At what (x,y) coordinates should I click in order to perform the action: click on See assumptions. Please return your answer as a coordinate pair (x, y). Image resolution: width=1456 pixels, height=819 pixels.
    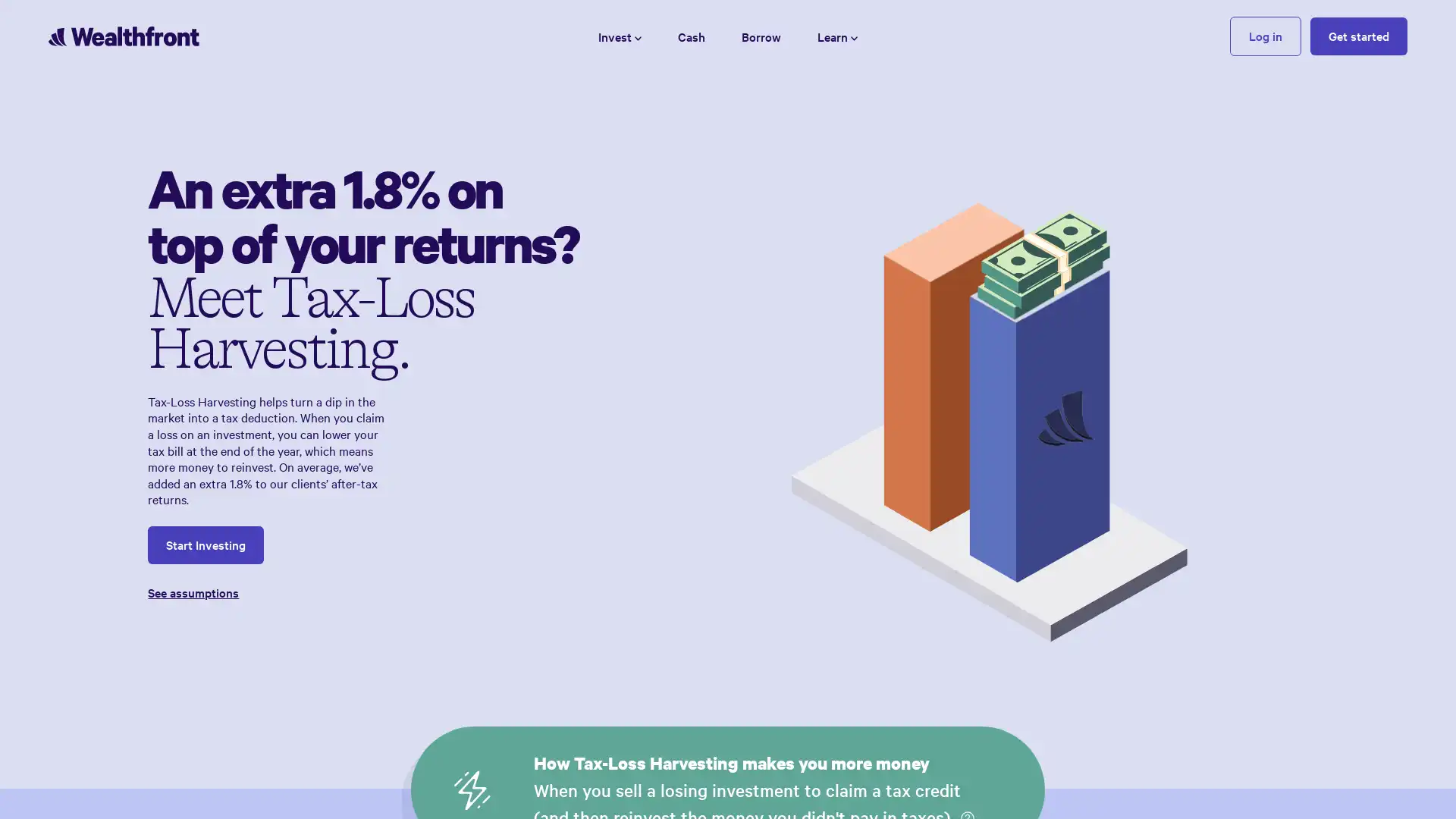
    Looking at the image, I should click on (364, 591).